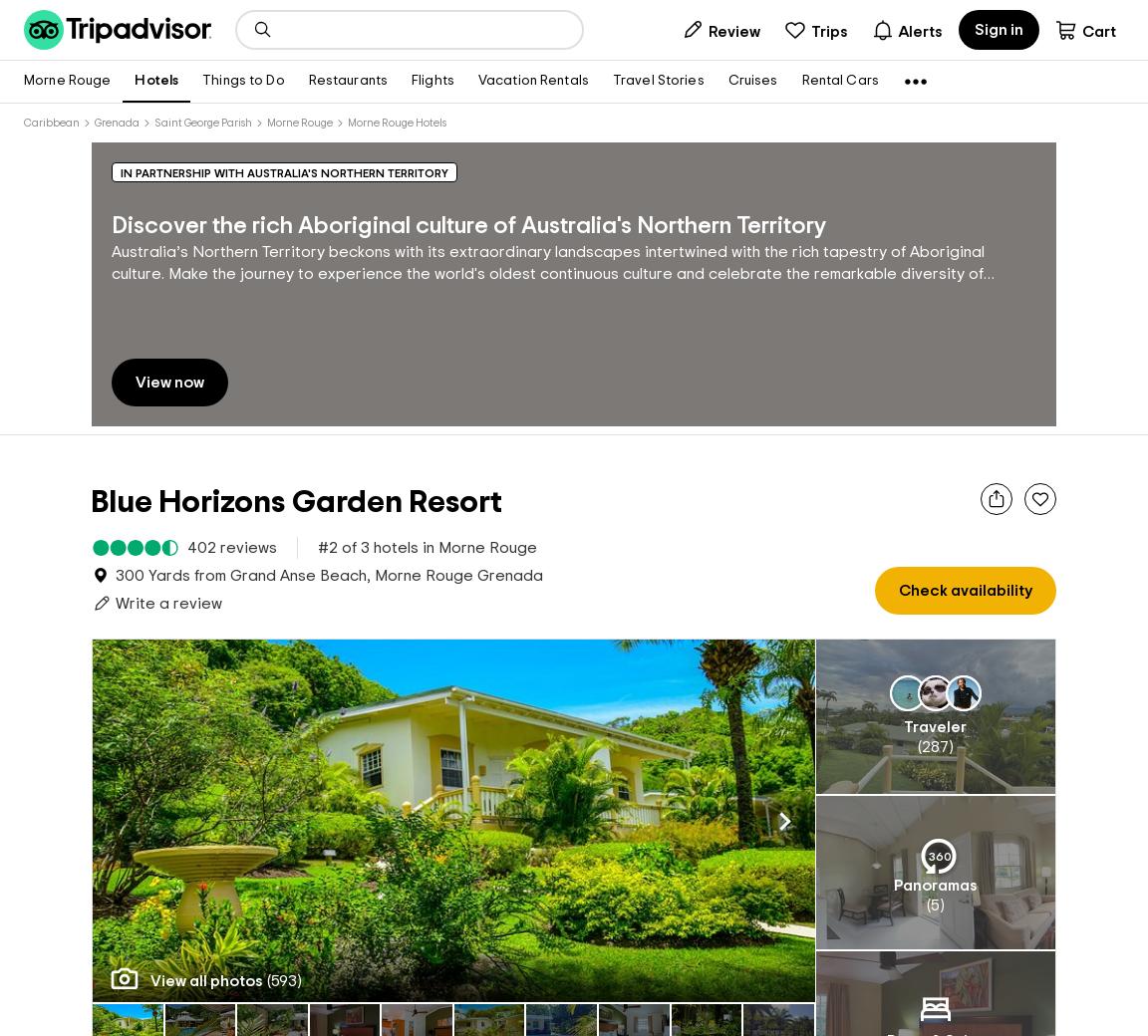 Image resolution: width=1148 pixels, height=1036 pixels. What do you see at coordinates (115, 575) in the screenshot?
I see `'300 Yards from Grand Anse Beach, Morne Rouge Grenada'` at bounding box center [115, 575].